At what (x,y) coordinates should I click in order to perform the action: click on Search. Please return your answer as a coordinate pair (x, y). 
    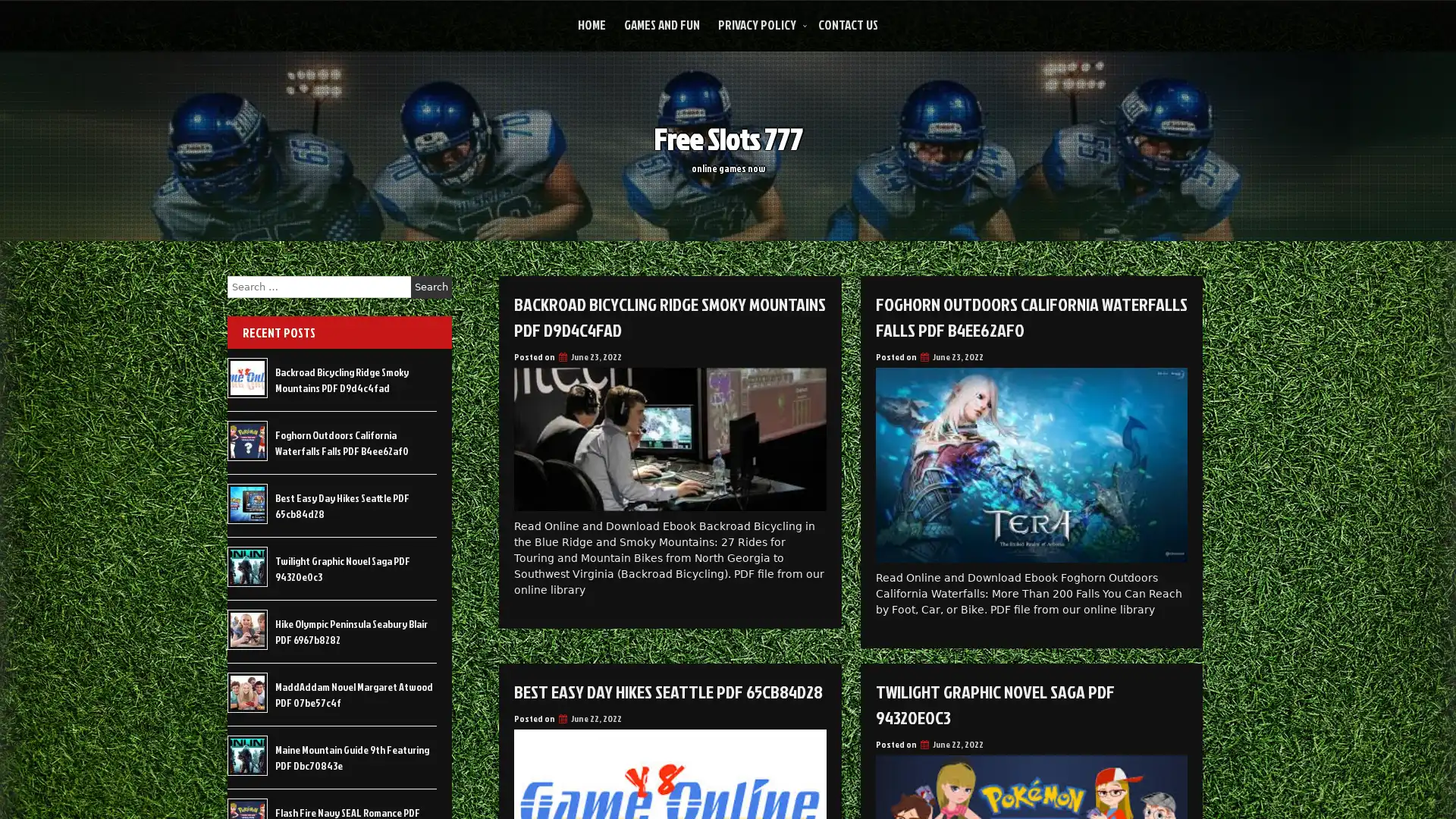
    Looking at the image, I should click on (431, 287).